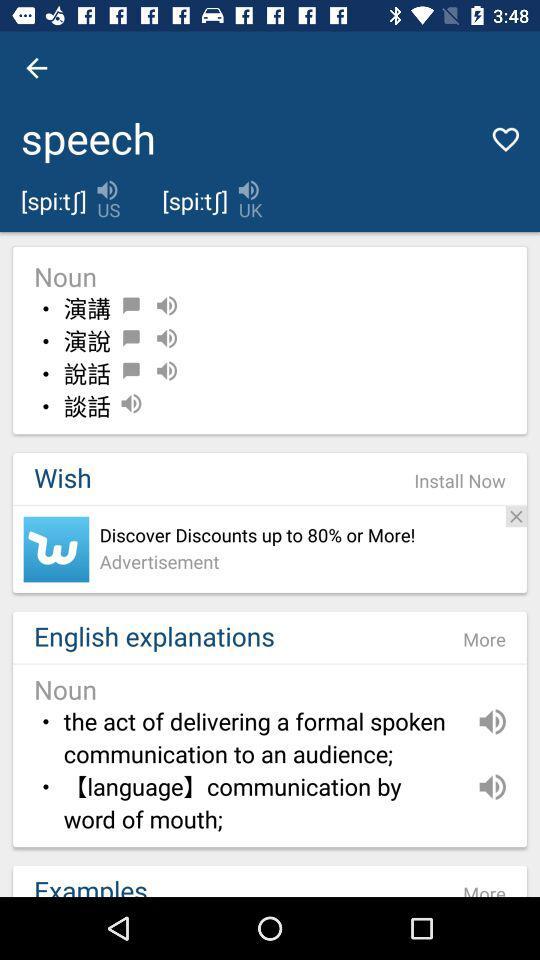 The width and height of the screenshot is (540, 960). I want to click on the third message icon from the top, so click(131, 370).